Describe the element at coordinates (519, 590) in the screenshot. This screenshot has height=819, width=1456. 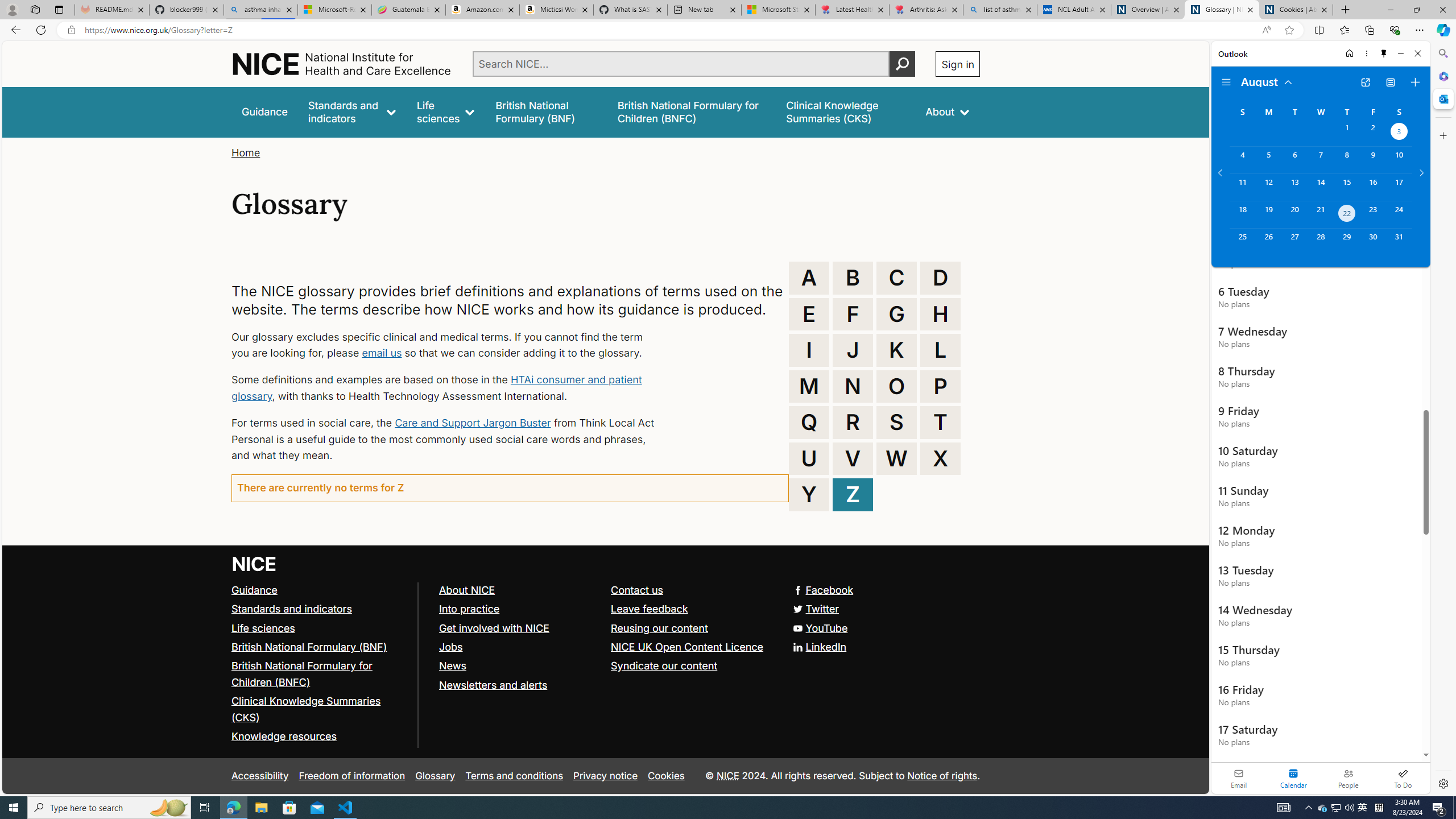
I see `'About NICE'` at that location.